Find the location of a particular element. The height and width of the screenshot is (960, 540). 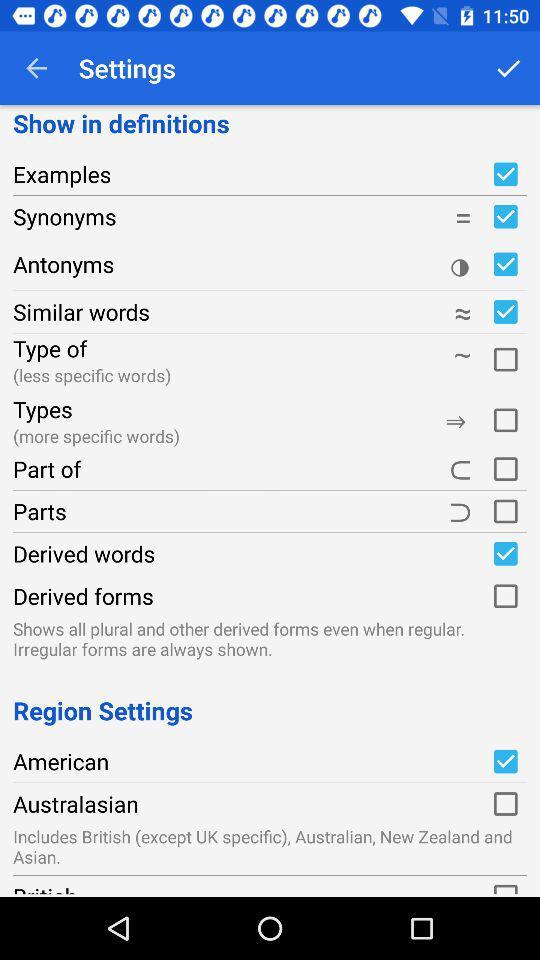

type of is located at coordinates (504, 357).